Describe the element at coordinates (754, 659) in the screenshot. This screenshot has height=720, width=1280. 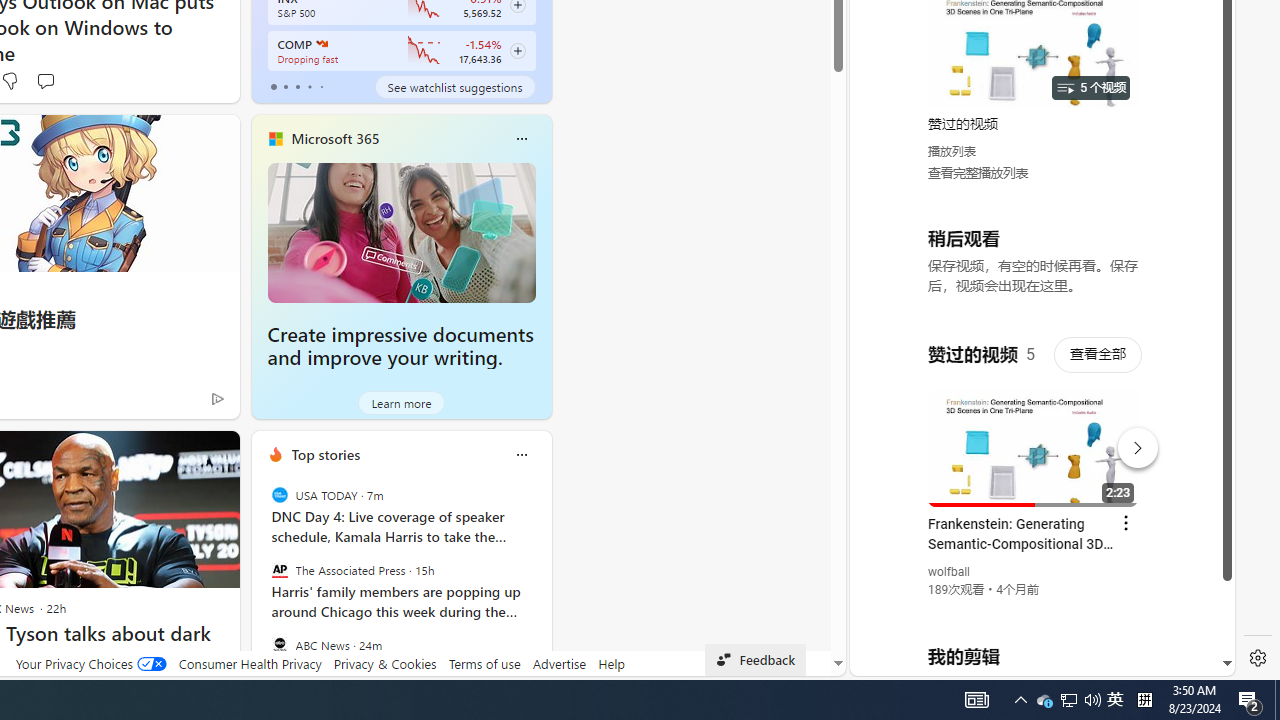
I see `'Feedback'` at that location.